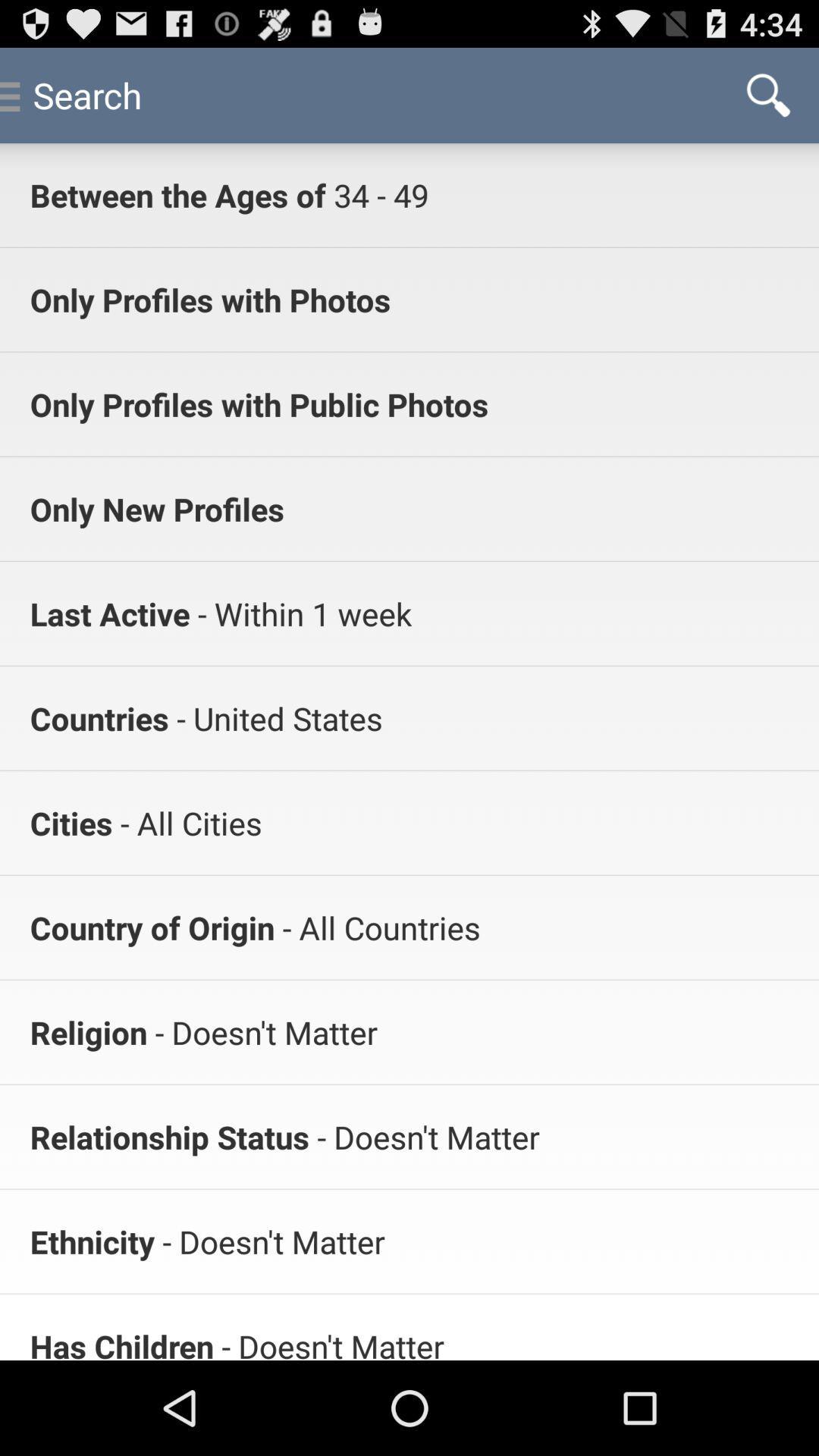  Describe the element at coordinates (376, 927) in the screenshot. I see `the icon above  - doesn't matter item` at that location.